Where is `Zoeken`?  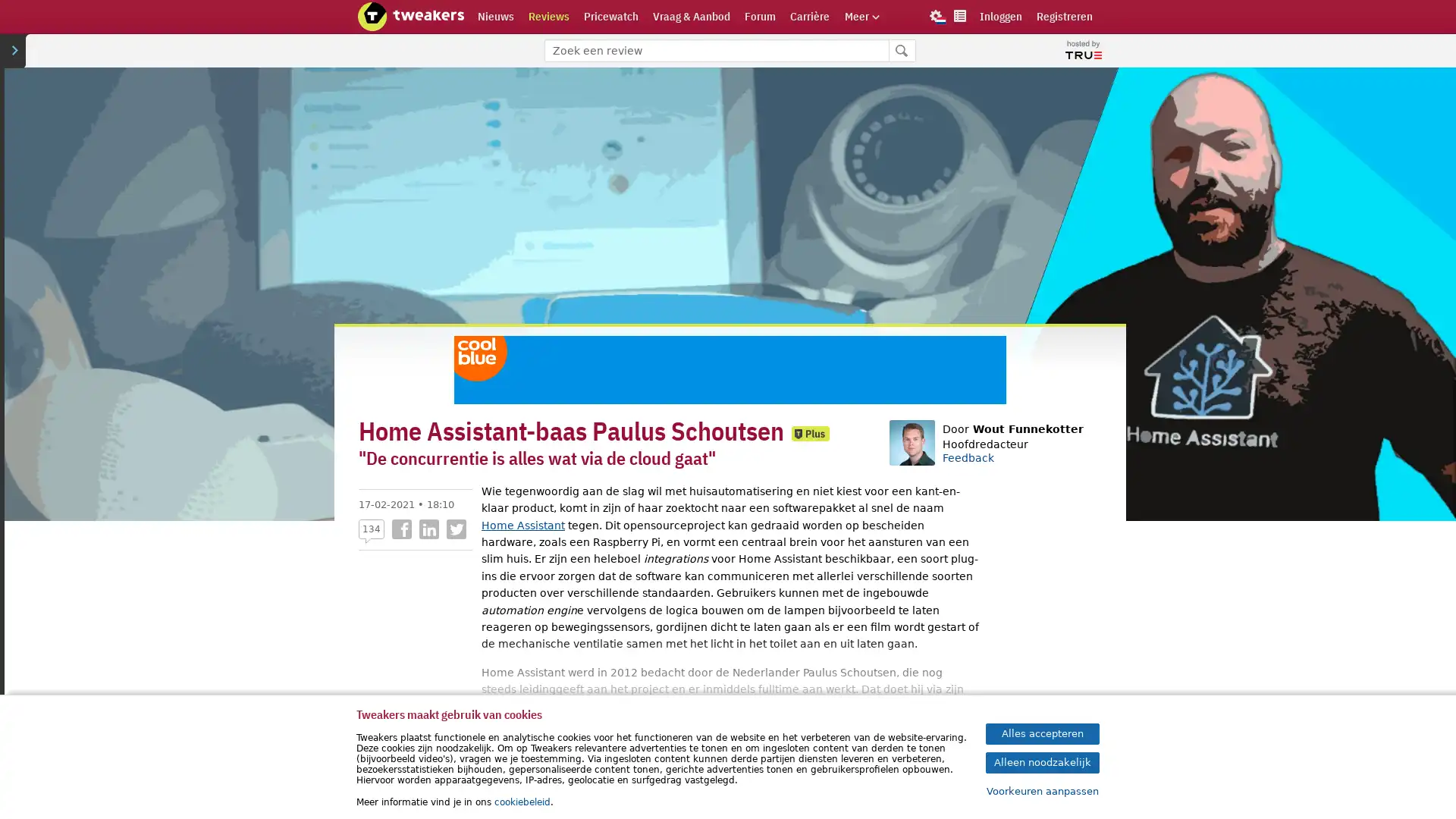 Zoeken is located at coordinates (902, 49).